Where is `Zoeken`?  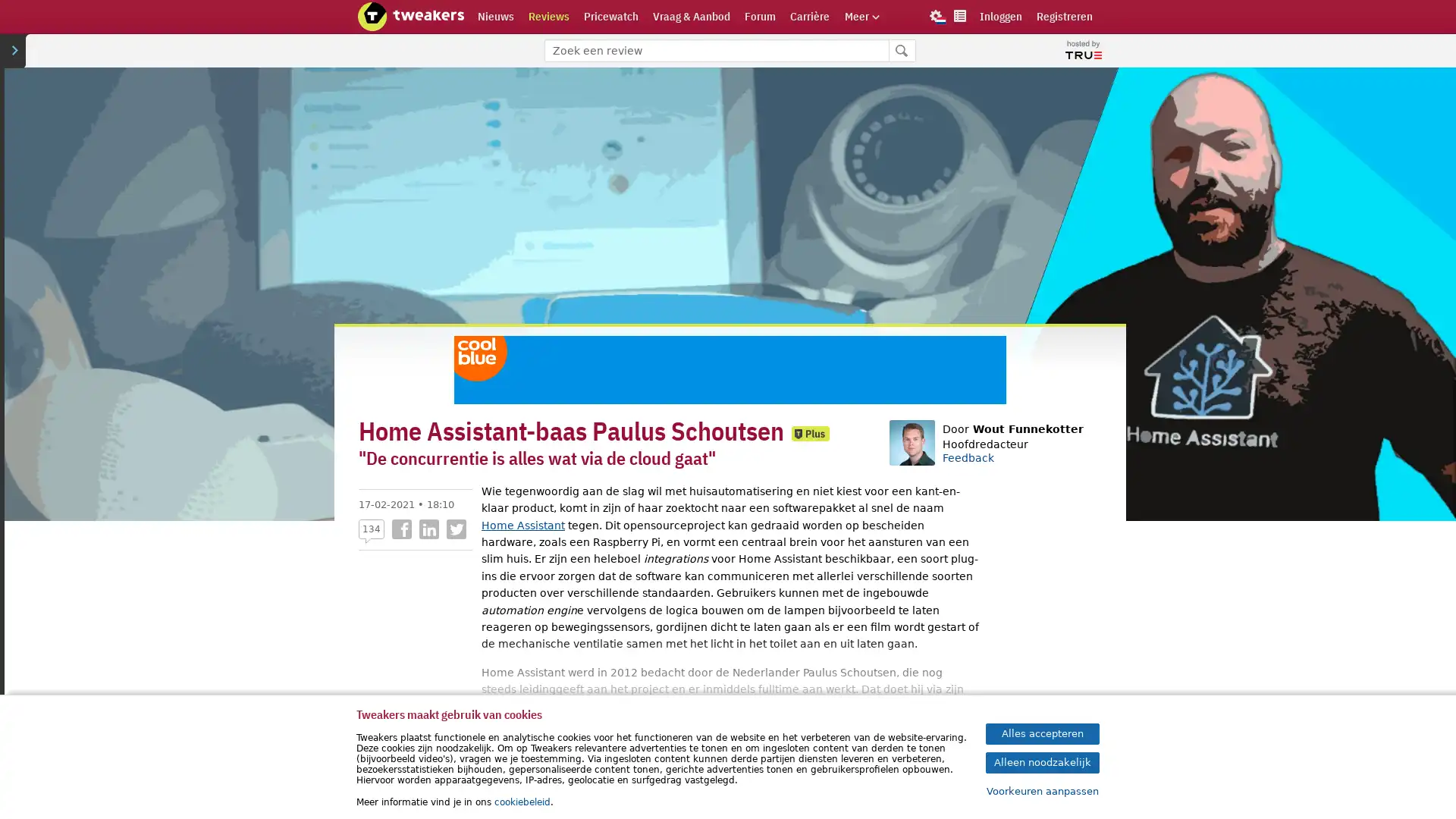 Zoeken is located at coordinates (902, 49).